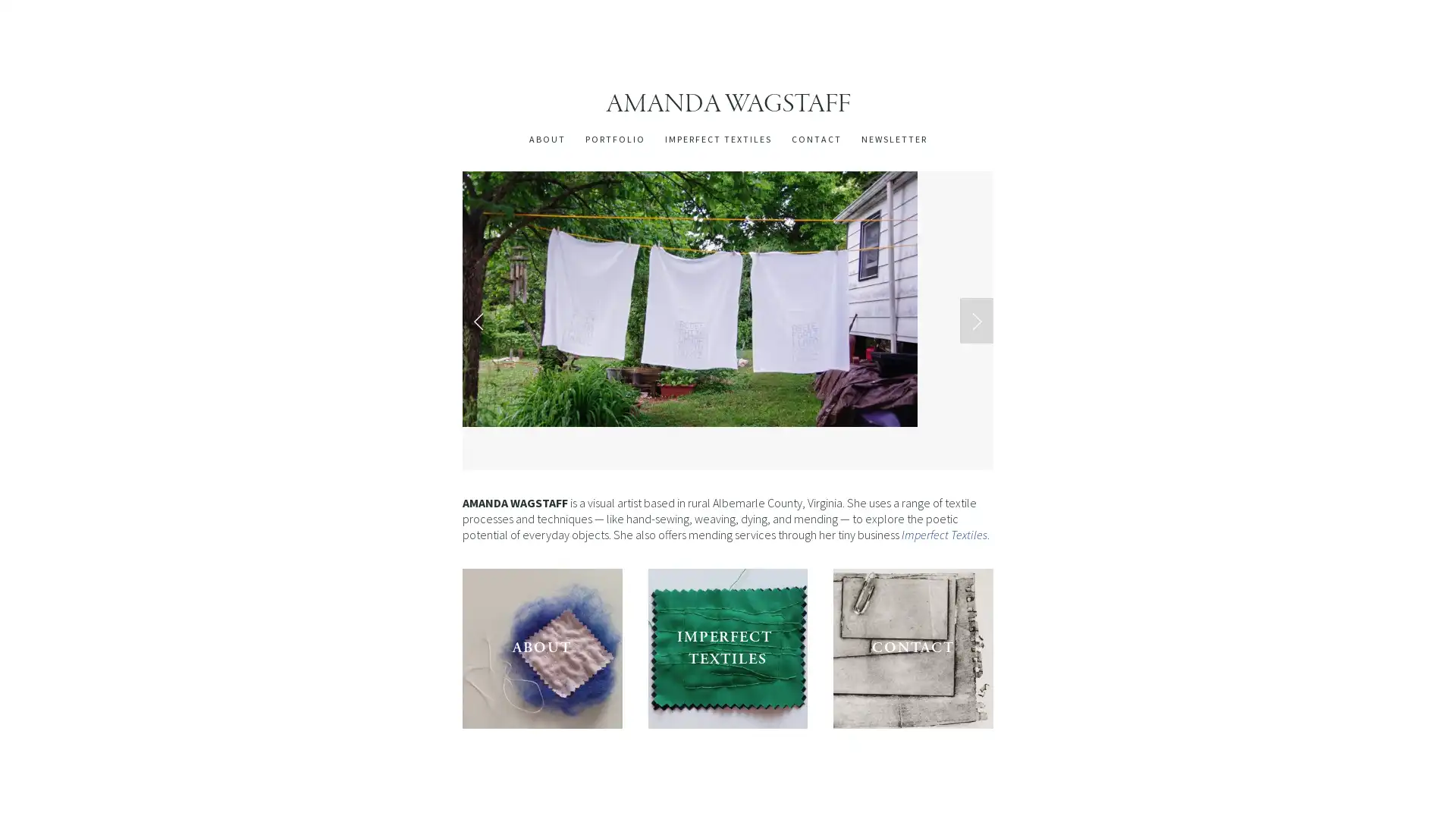 The image size is (1456, 819). Describe the element at coordinates (976, 318) in the screenshot. I see `Next Slide` at that location.